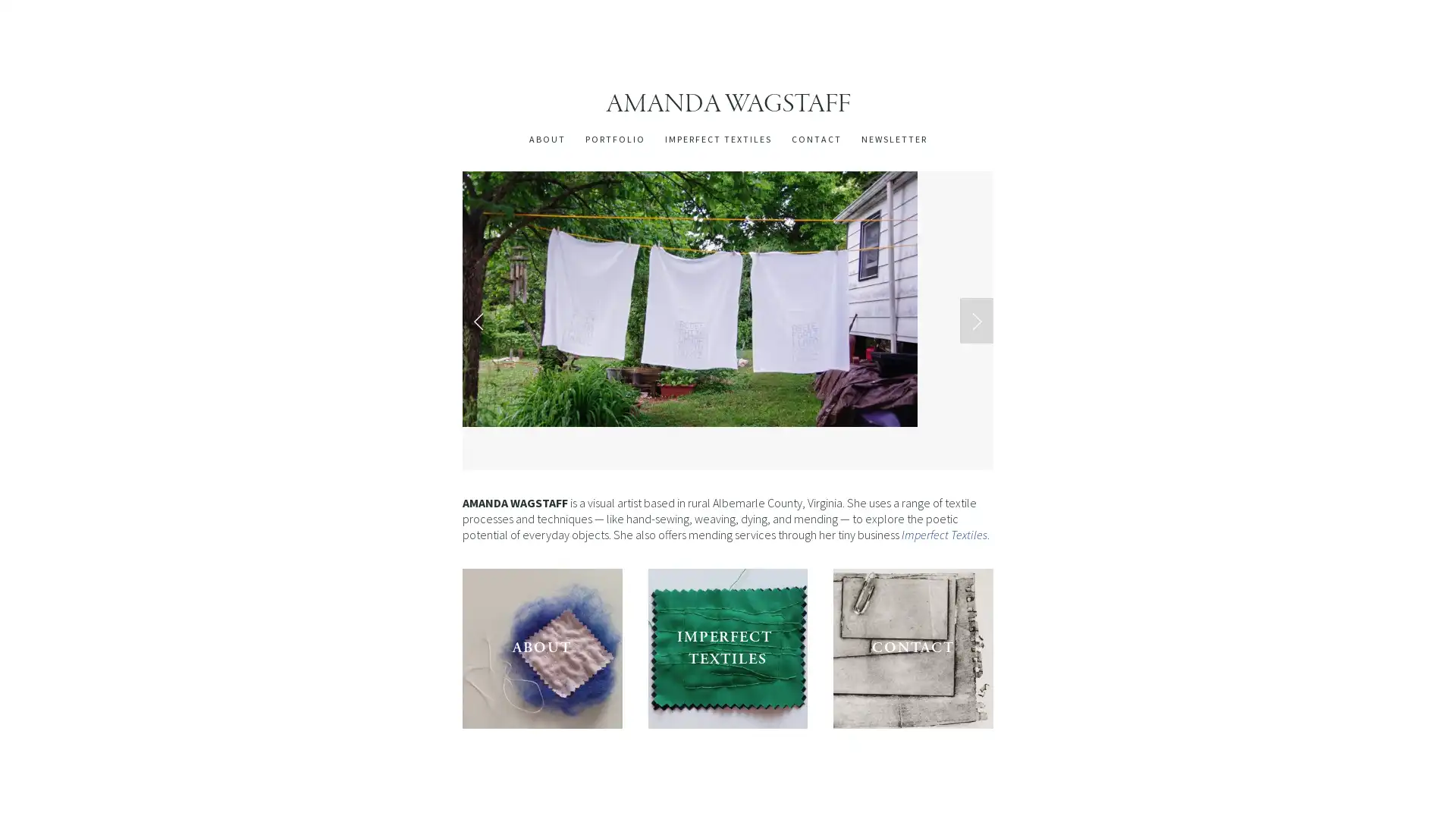 The image size is (1456, 819). Describe the element at coordinates (976, 318) in the screenshot. I see `Next Slide` at that location.